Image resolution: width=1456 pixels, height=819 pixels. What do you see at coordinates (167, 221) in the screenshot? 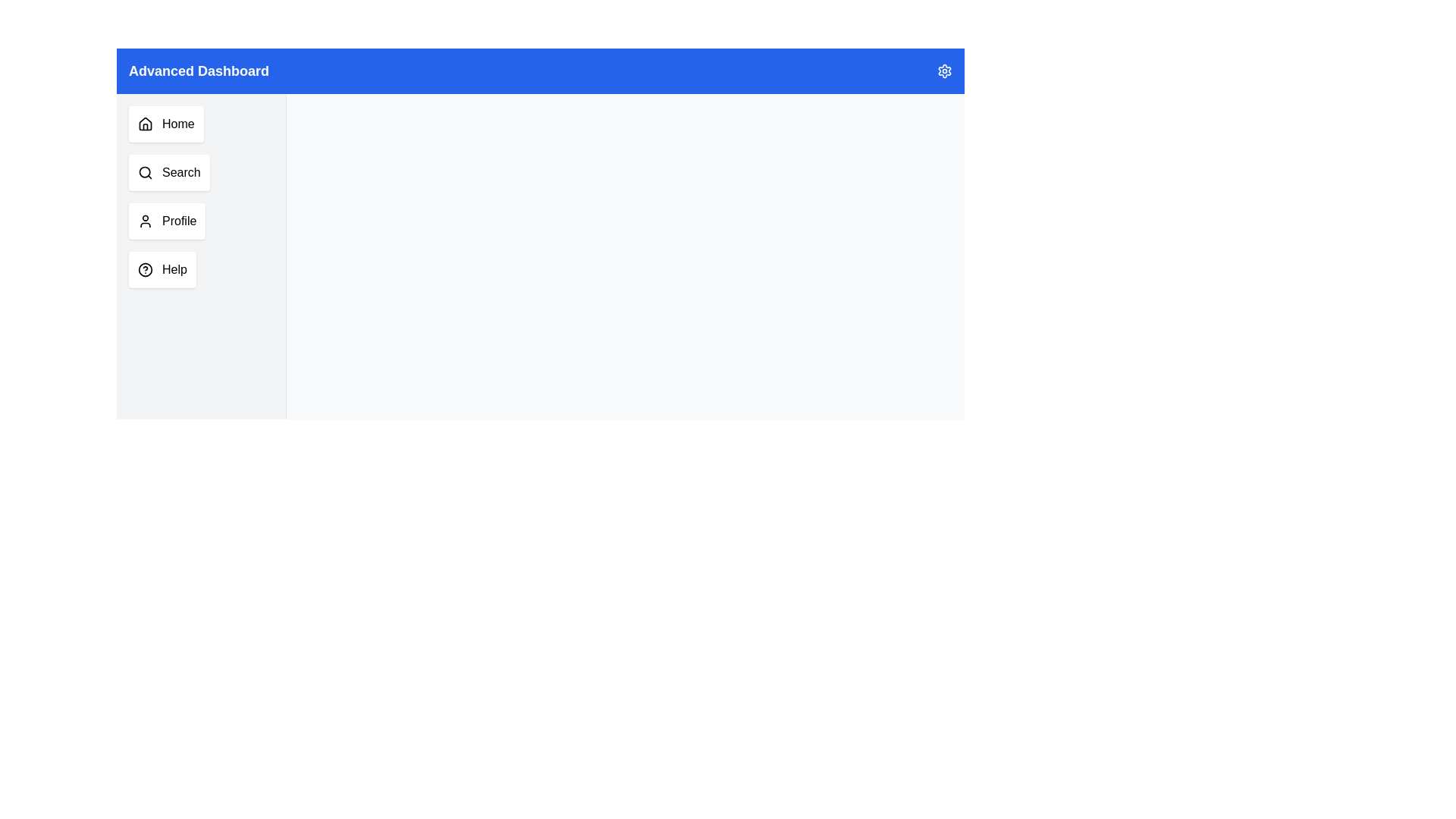
I see `the 'Profile' navigation button located in the left sidebar of the application interface` at bounding box center [167, 221].